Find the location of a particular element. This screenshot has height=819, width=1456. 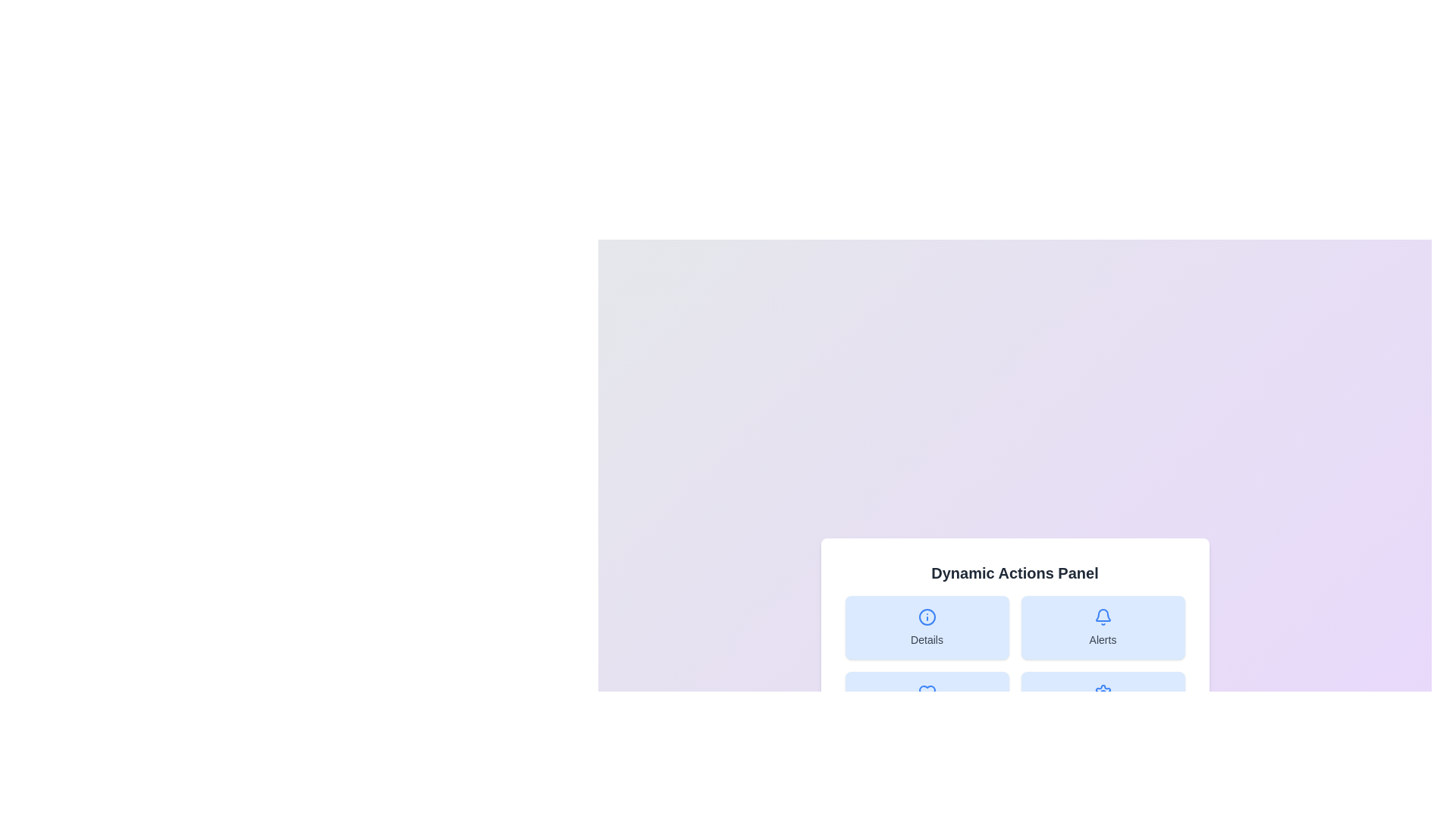

the heart icon located in the bottom-left portion of the dynamic actions panel, below the 'Details' section is located at coordinates (926, 693).